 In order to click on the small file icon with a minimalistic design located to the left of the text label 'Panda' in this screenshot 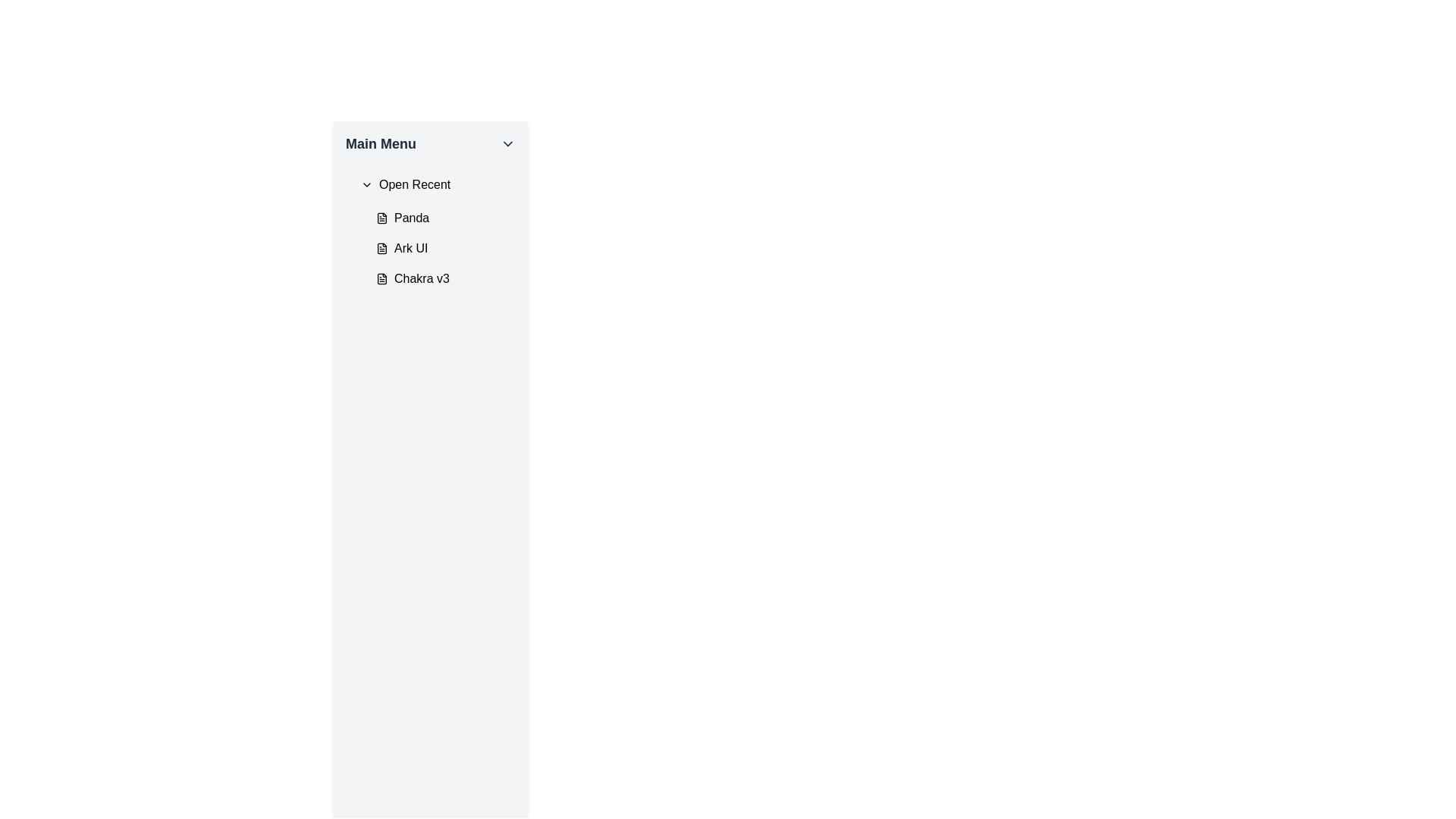, I will do `click(382, 218)`.